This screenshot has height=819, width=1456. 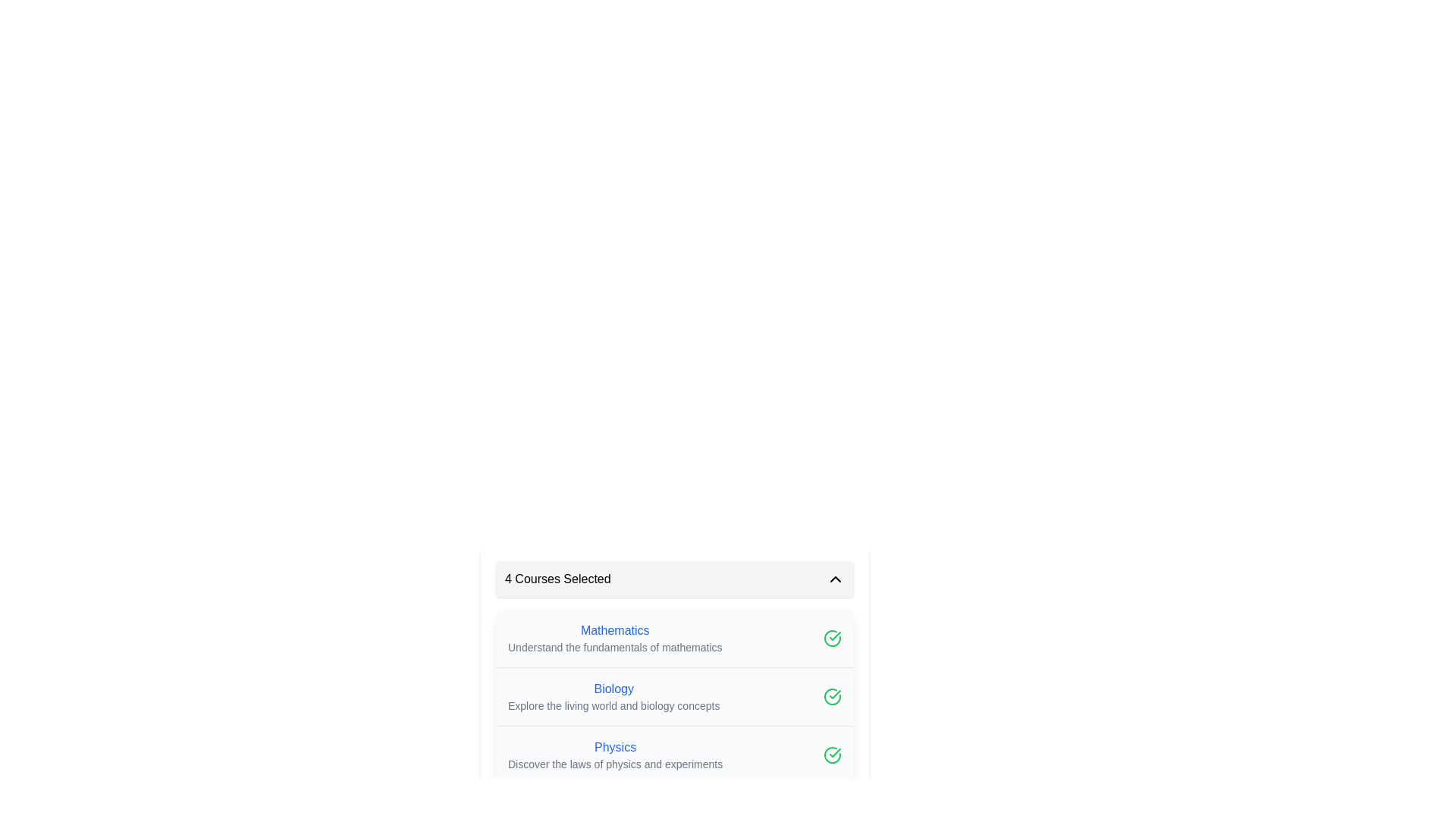 What do you see at coordinates (832, 638) in the screenshot?
I see `the visual indication of the circular checkmark icon representing the completion of the Mathematics item, located on the far right of the associated row` at bounding box center [832, 638].